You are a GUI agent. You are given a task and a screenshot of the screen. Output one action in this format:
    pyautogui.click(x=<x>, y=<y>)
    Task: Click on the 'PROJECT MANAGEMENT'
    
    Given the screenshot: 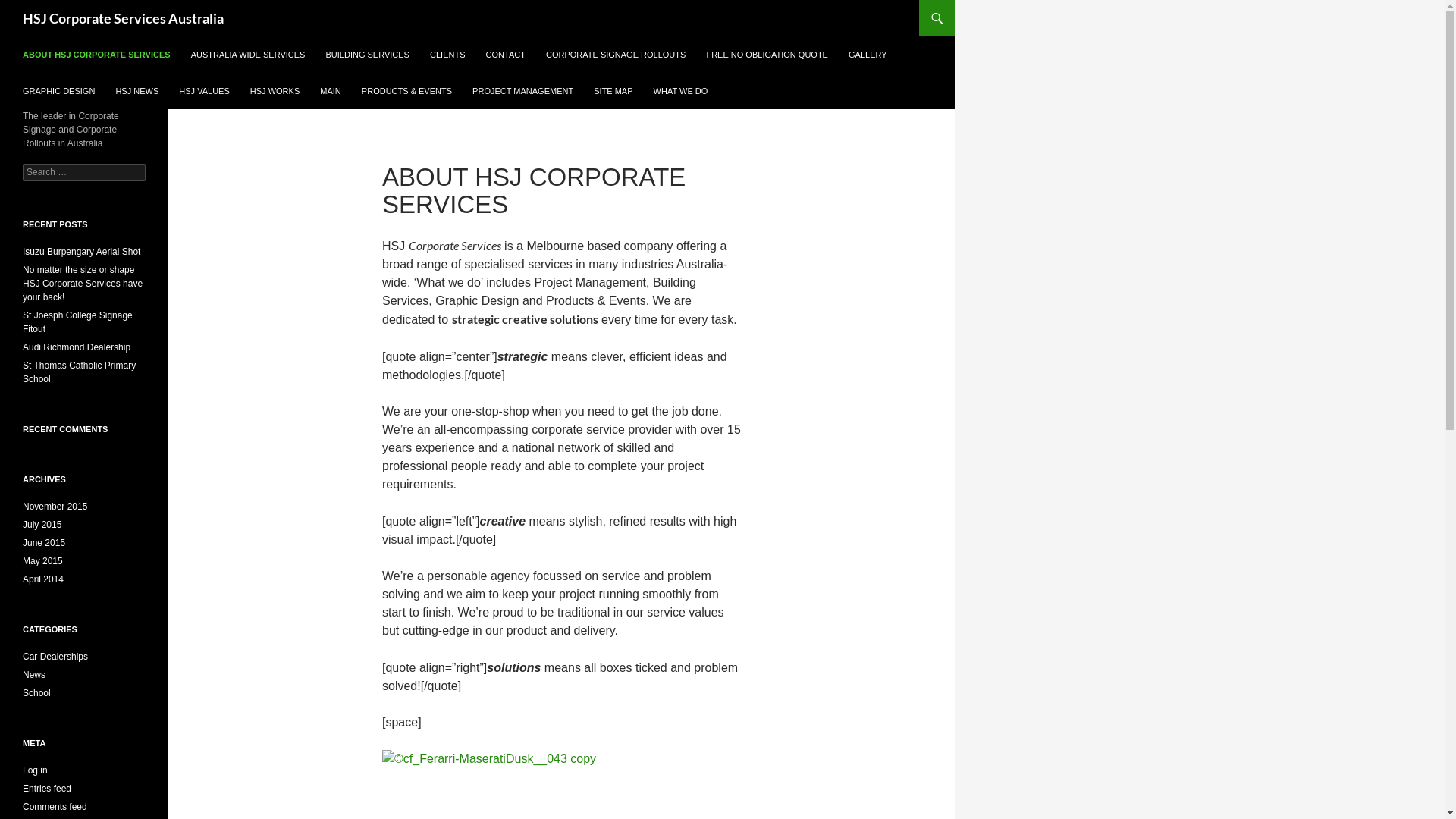 What is the action you would take?
    pyautogui.click(x=522, y=90)
    